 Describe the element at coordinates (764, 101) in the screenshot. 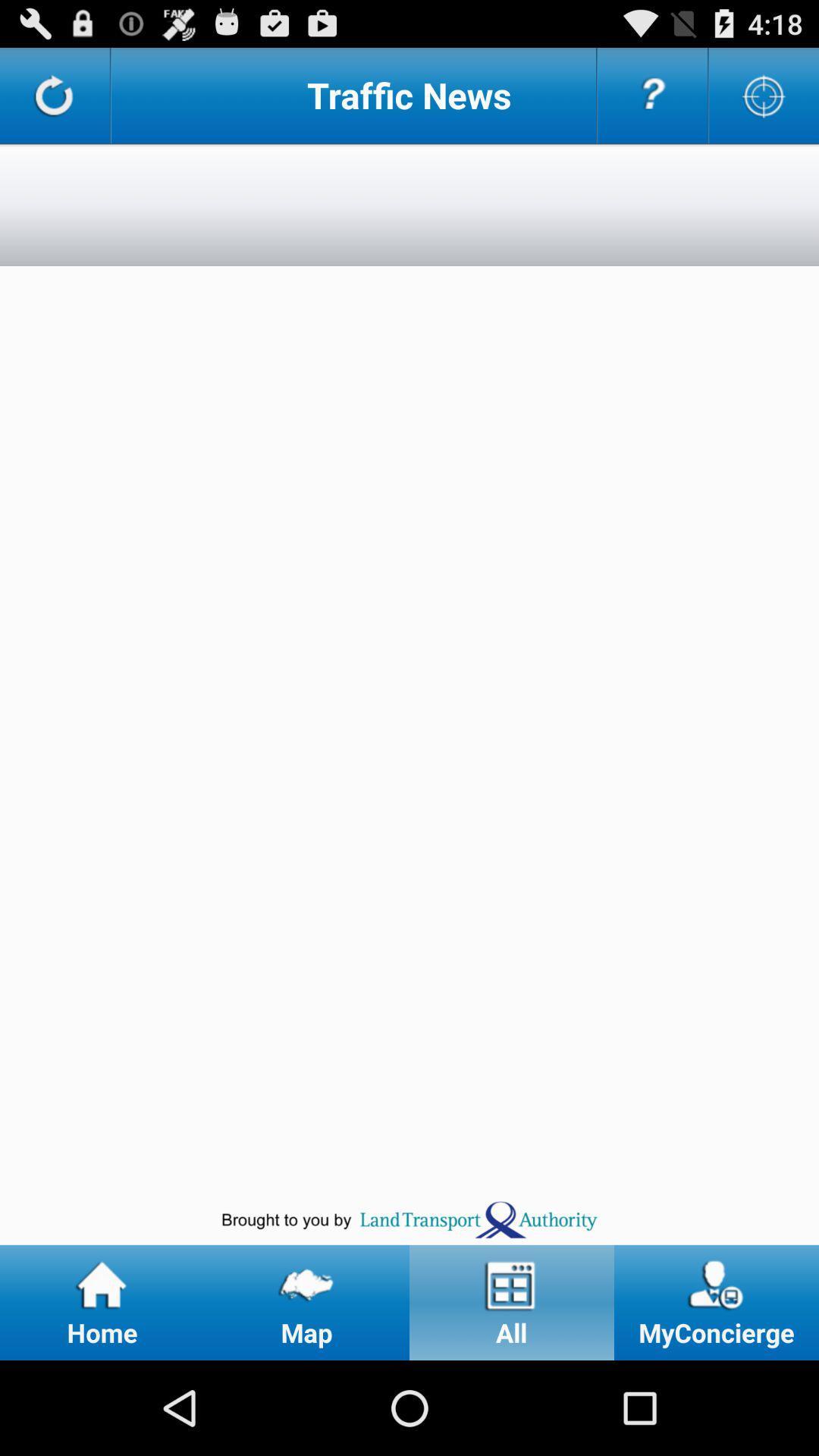

I see `the location_crosshair icon` at that location.